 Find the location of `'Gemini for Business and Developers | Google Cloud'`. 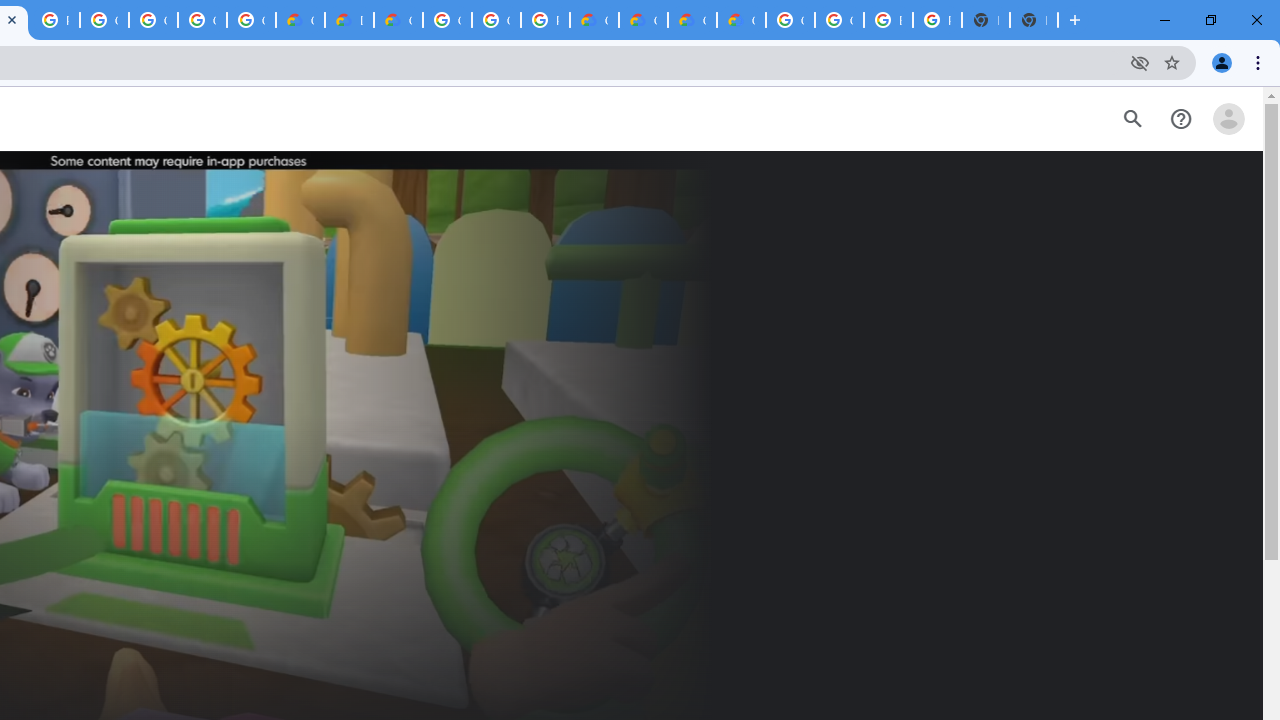

'Gemini for Business and Developers | Google Cloud' is located at coordinates (398, 20).